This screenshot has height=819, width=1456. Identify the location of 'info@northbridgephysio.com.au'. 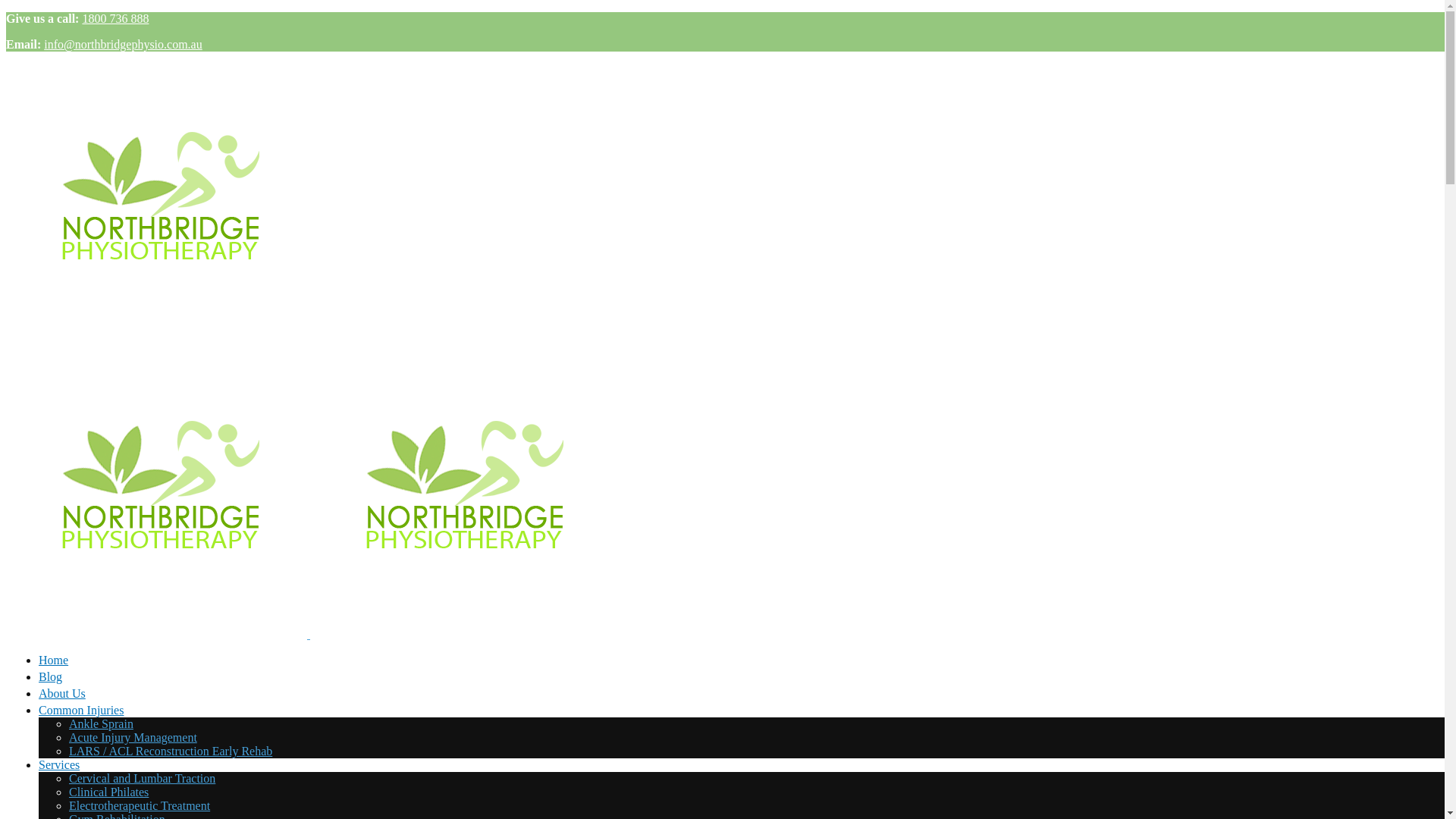
(123, 43).